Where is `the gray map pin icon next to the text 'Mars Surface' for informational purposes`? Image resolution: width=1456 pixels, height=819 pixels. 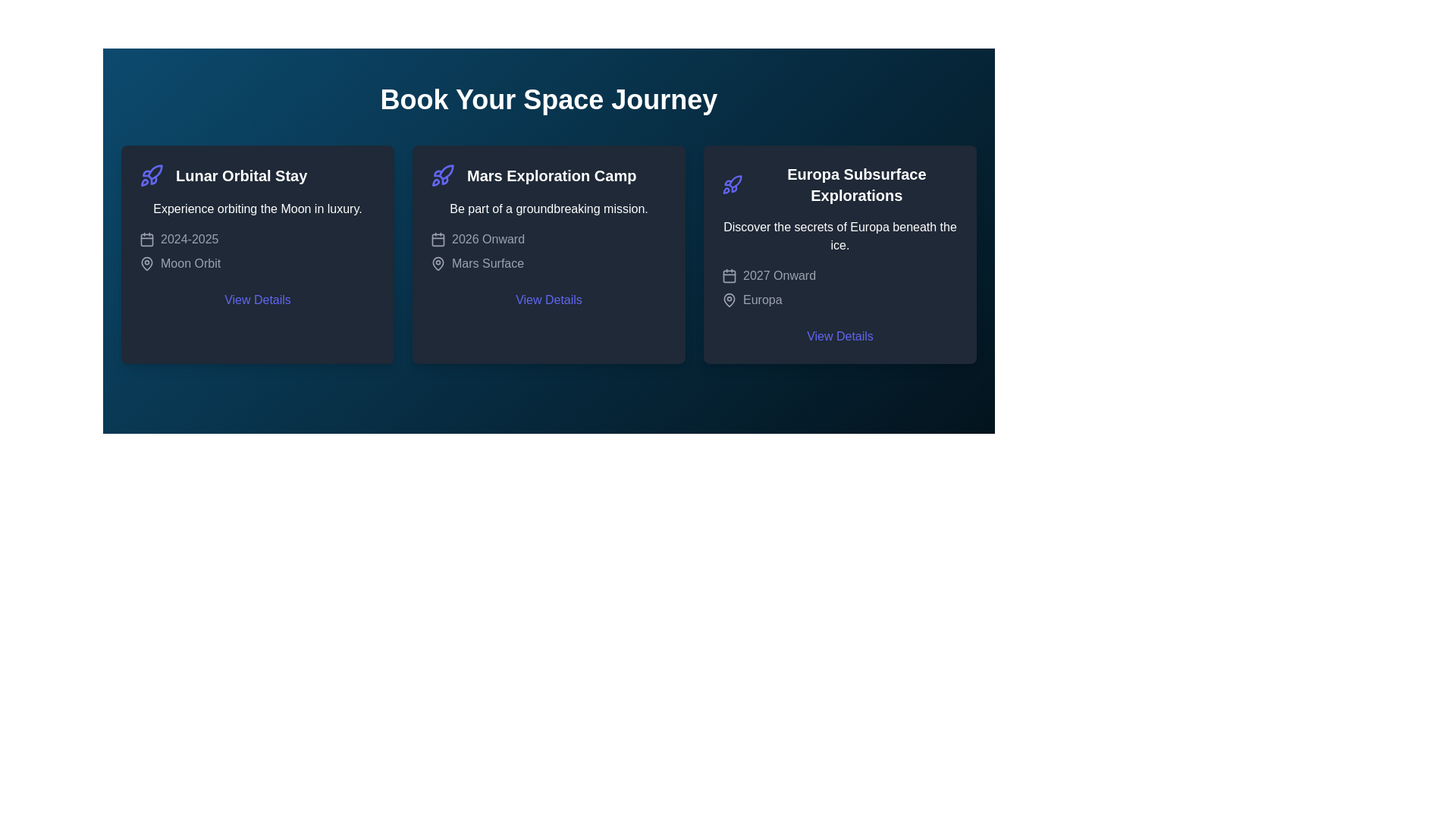
the gray map pin icon next to the text 'Mars Surface' for informational purposes is located at coordinates (437, 262).